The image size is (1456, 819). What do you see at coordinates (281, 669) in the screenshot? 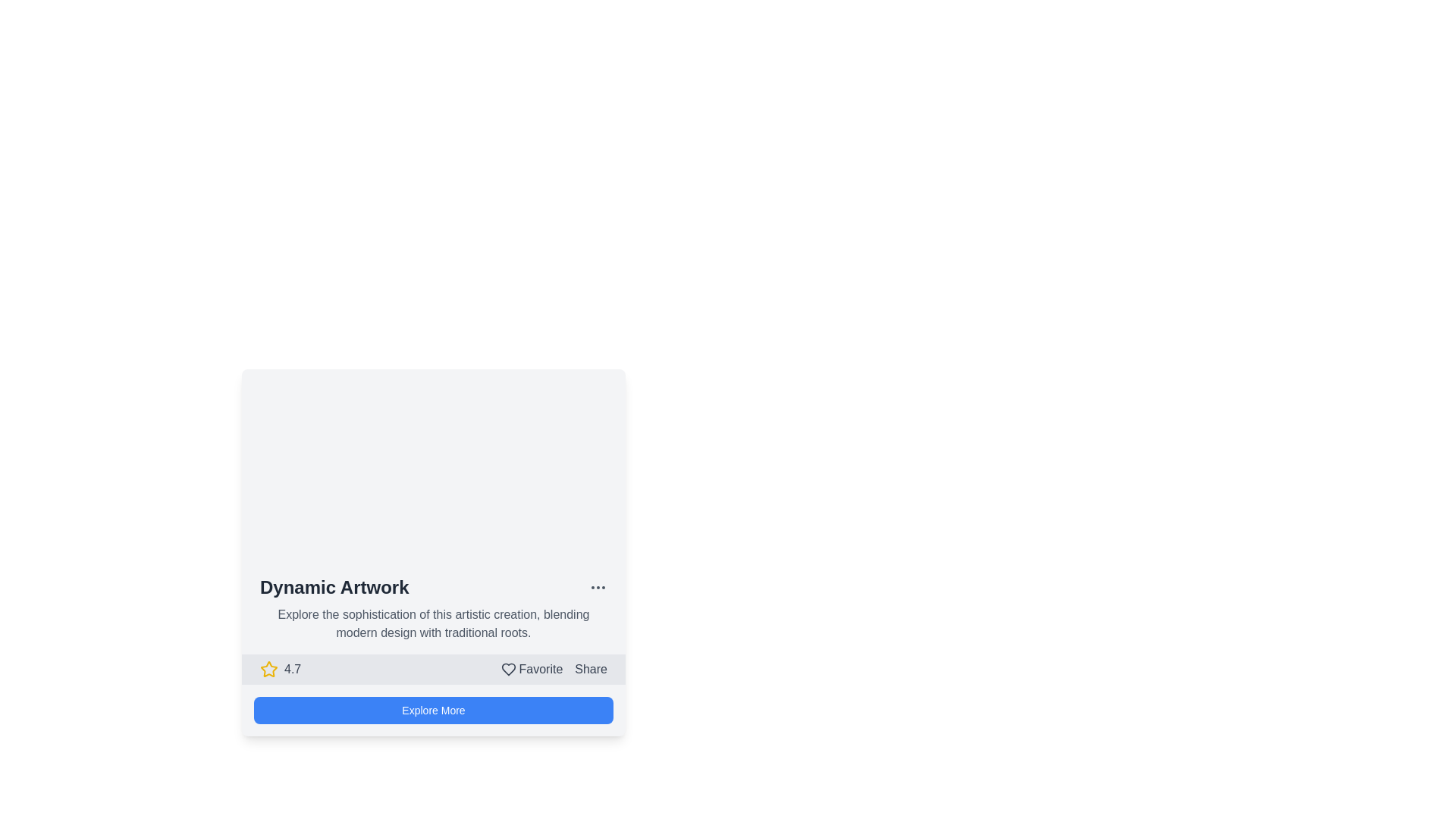
I see `the first element in the horizontal row of the card-like component that displays the rating score with a star icon, positioned to the left of the 'Favorite' and 'Share' actions` at bounding box center [281, 669].